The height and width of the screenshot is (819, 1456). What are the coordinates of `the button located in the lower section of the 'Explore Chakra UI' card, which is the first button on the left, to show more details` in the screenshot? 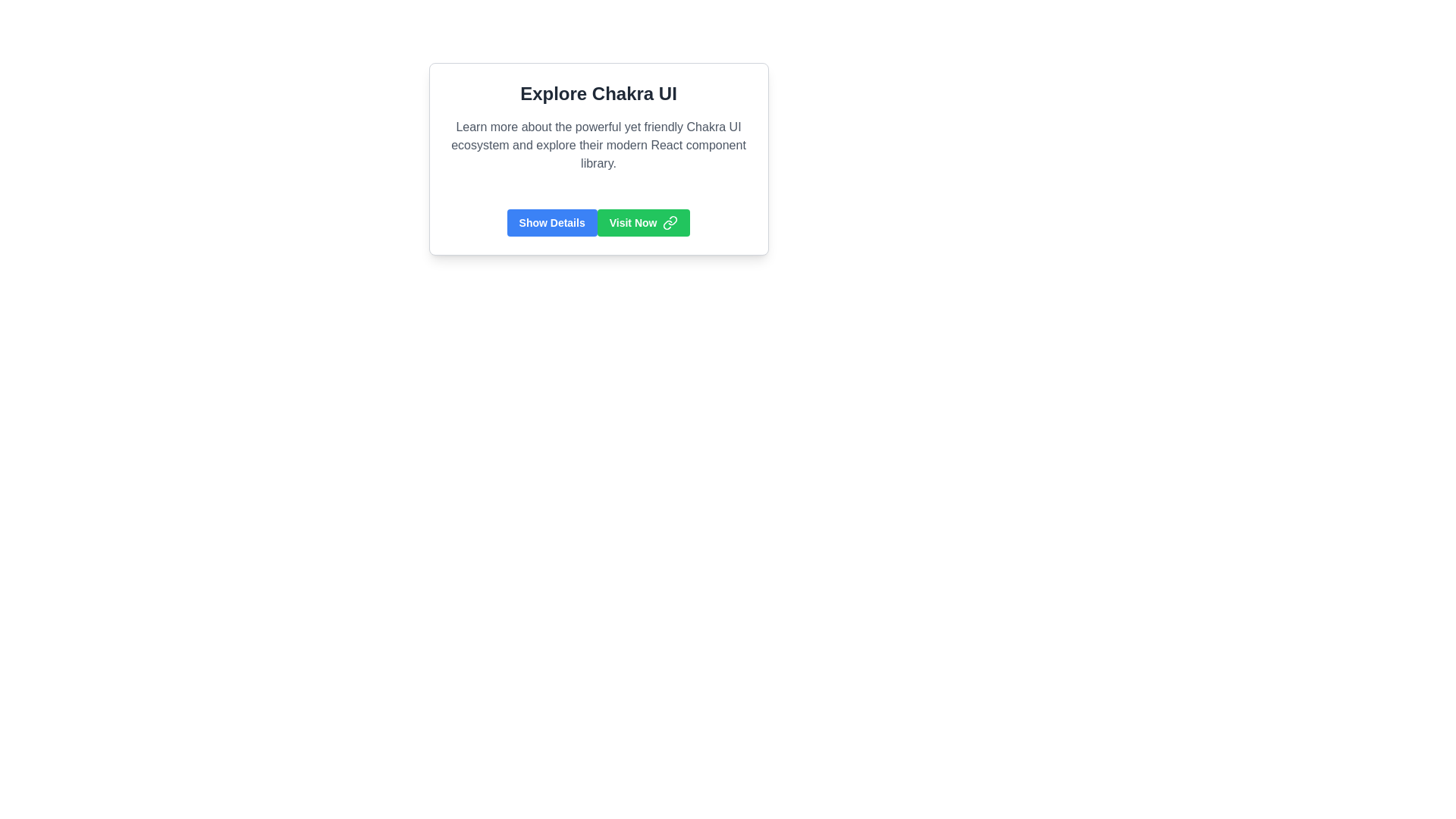 It's located at (551, 222).